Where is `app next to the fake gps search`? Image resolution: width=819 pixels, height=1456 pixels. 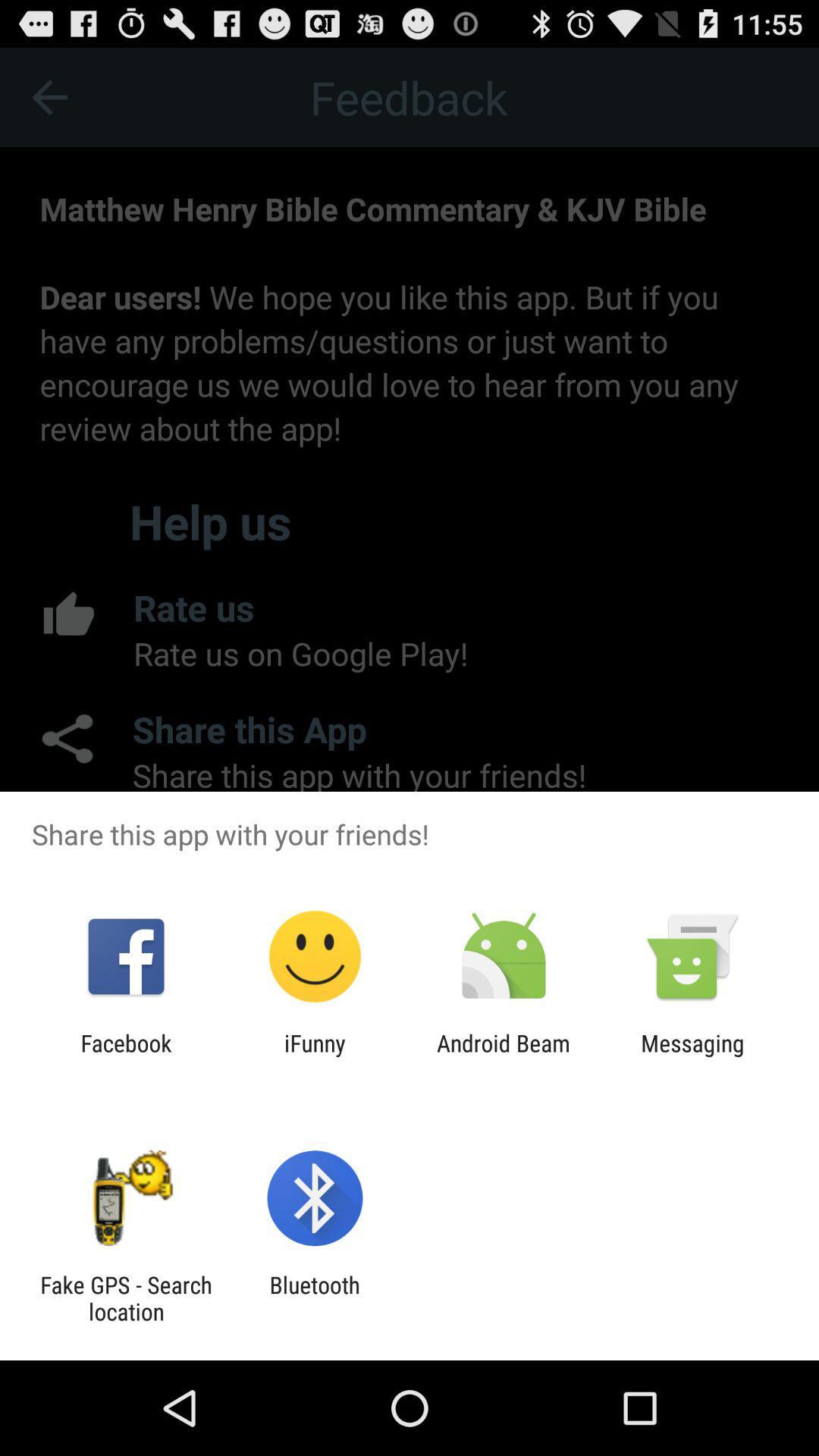
app next to the fake gps search is located at coordinates (314, 1298).